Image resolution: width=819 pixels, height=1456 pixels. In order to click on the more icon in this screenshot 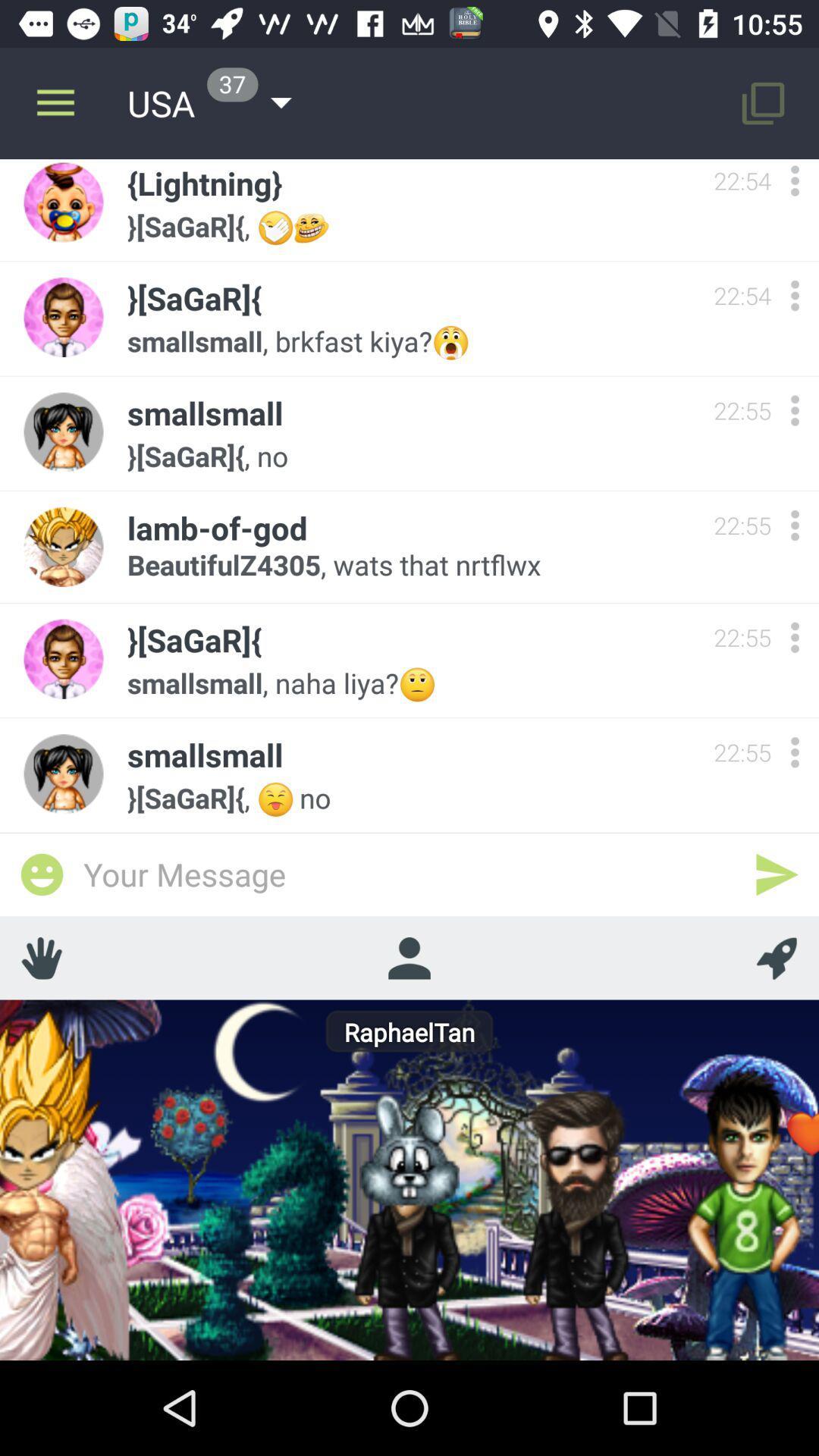, I will do `click(794, 752)`.